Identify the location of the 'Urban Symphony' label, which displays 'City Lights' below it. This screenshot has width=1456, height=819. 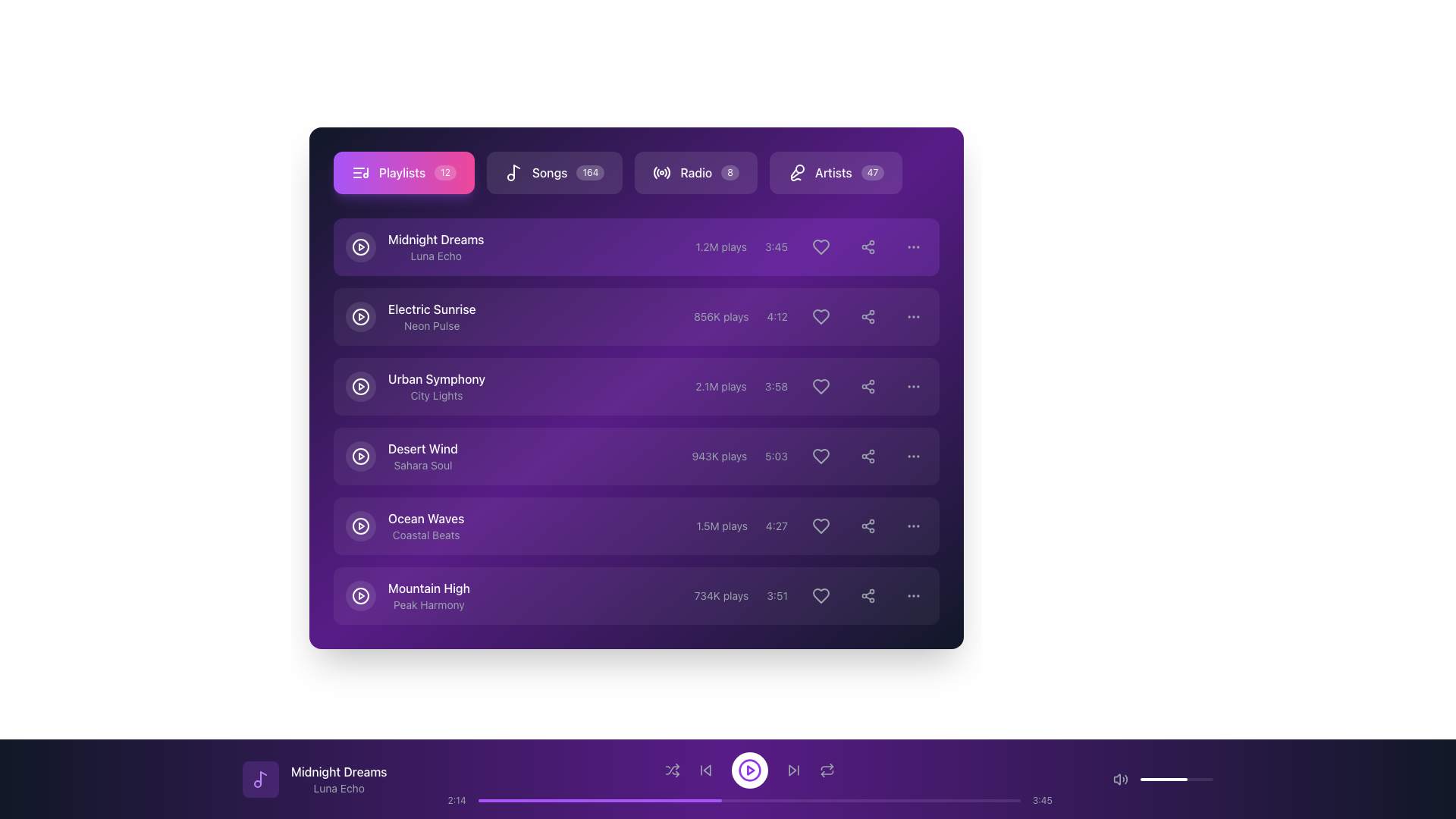
(436, 385).